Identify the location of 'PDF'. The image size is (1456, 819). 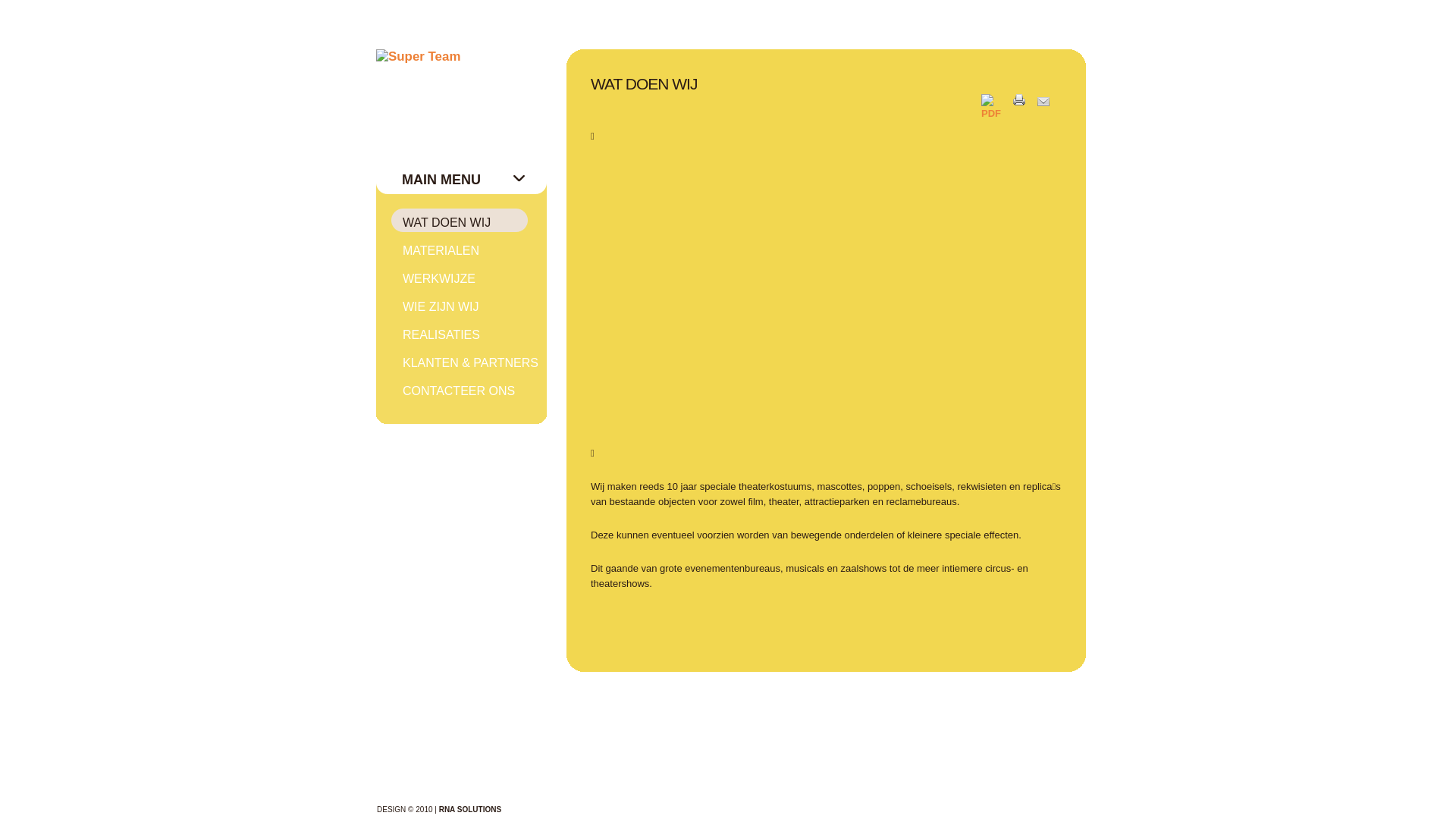
(981, 112).